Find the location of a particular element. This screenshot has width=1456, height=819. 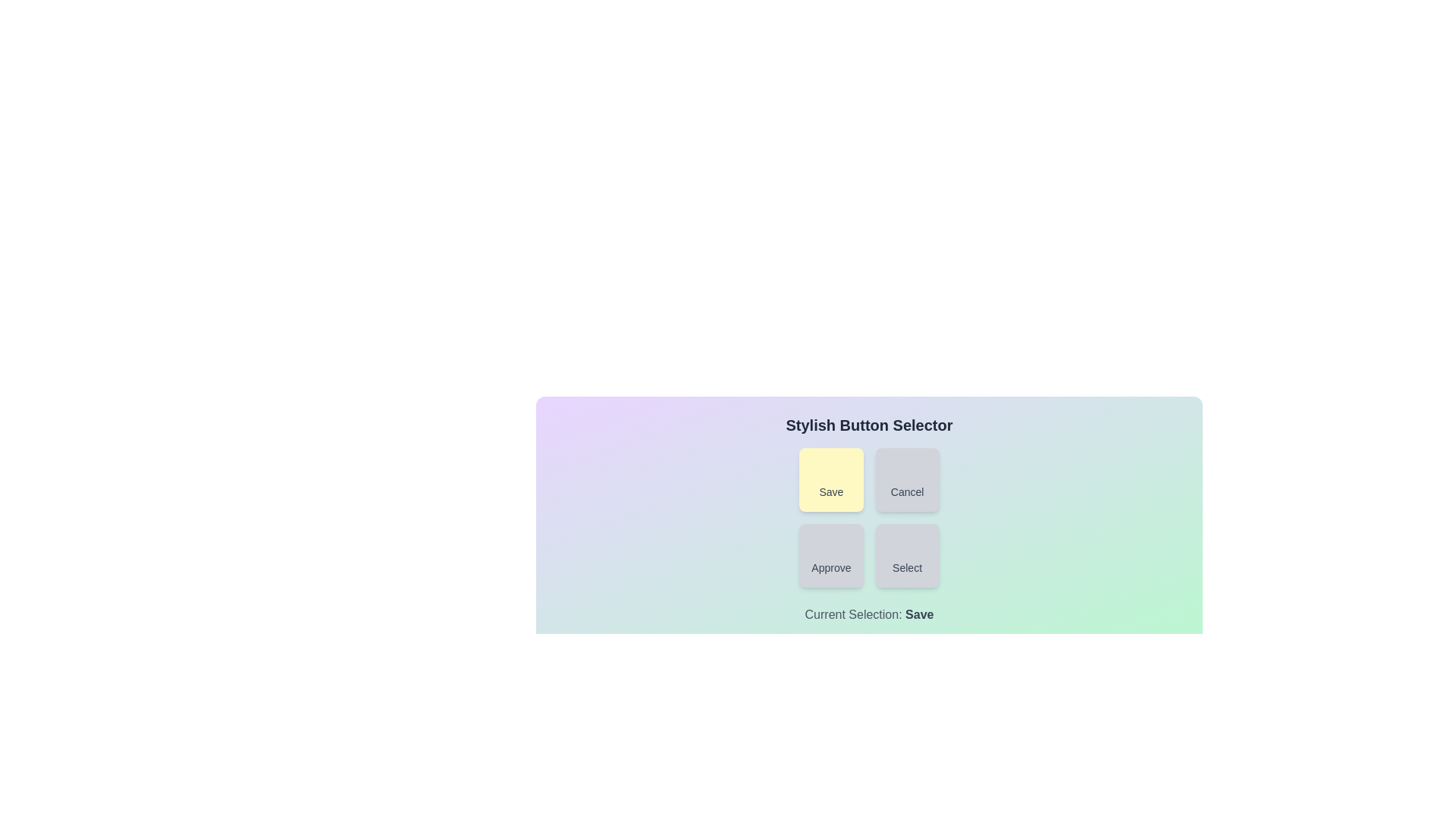

the Save button to change the current selection is located at coordinates (830, 479).